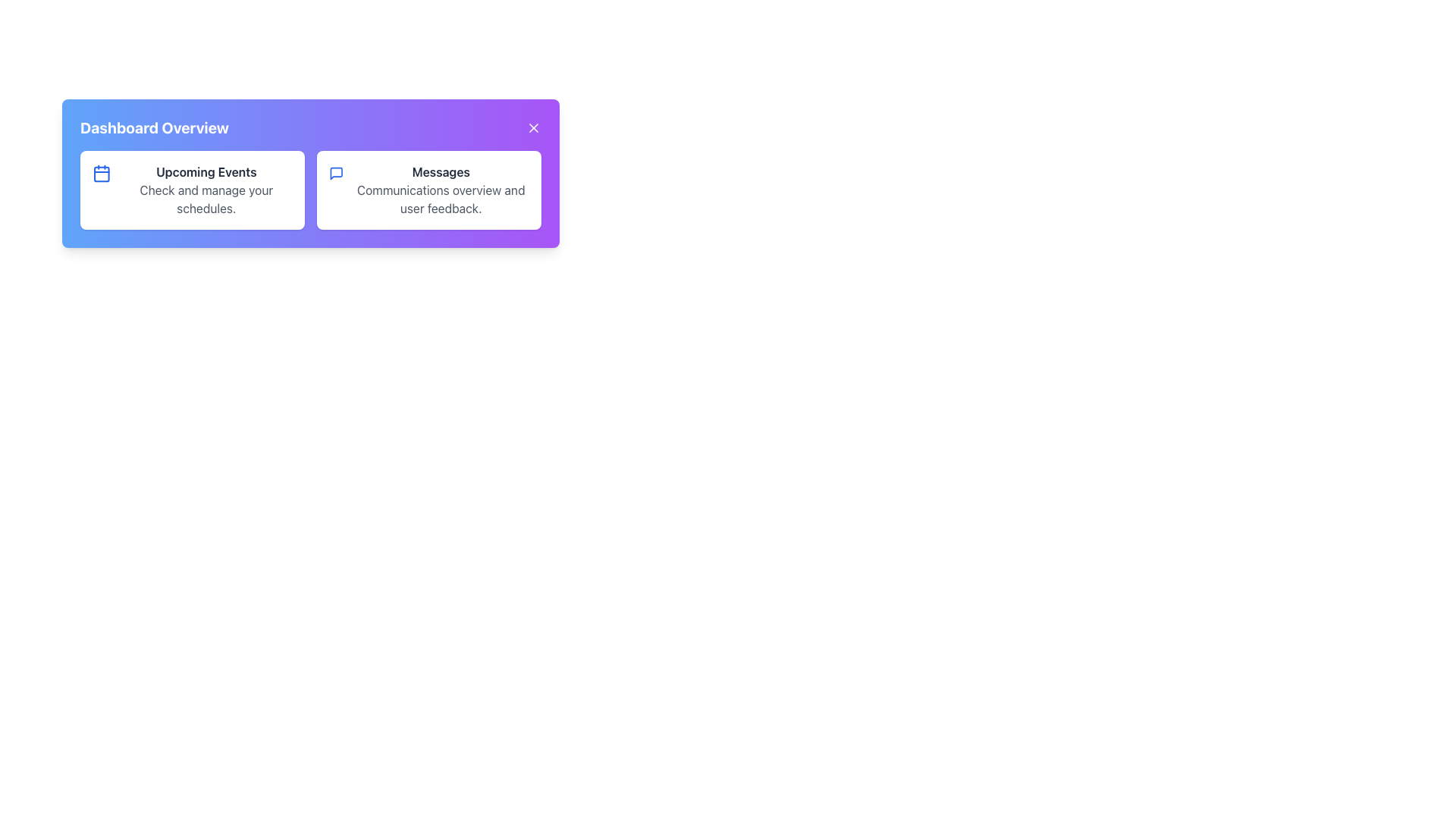 The height and width of the screenshot is (819, 1456). I want to click on the Text Label that provides supplementary information related to the 'Upcoming Events' section, located directly below the 'Upcoming Events' heading in the leftmost box of the purple header bar labeled 'Dashboard Overview', so click(206, 198).